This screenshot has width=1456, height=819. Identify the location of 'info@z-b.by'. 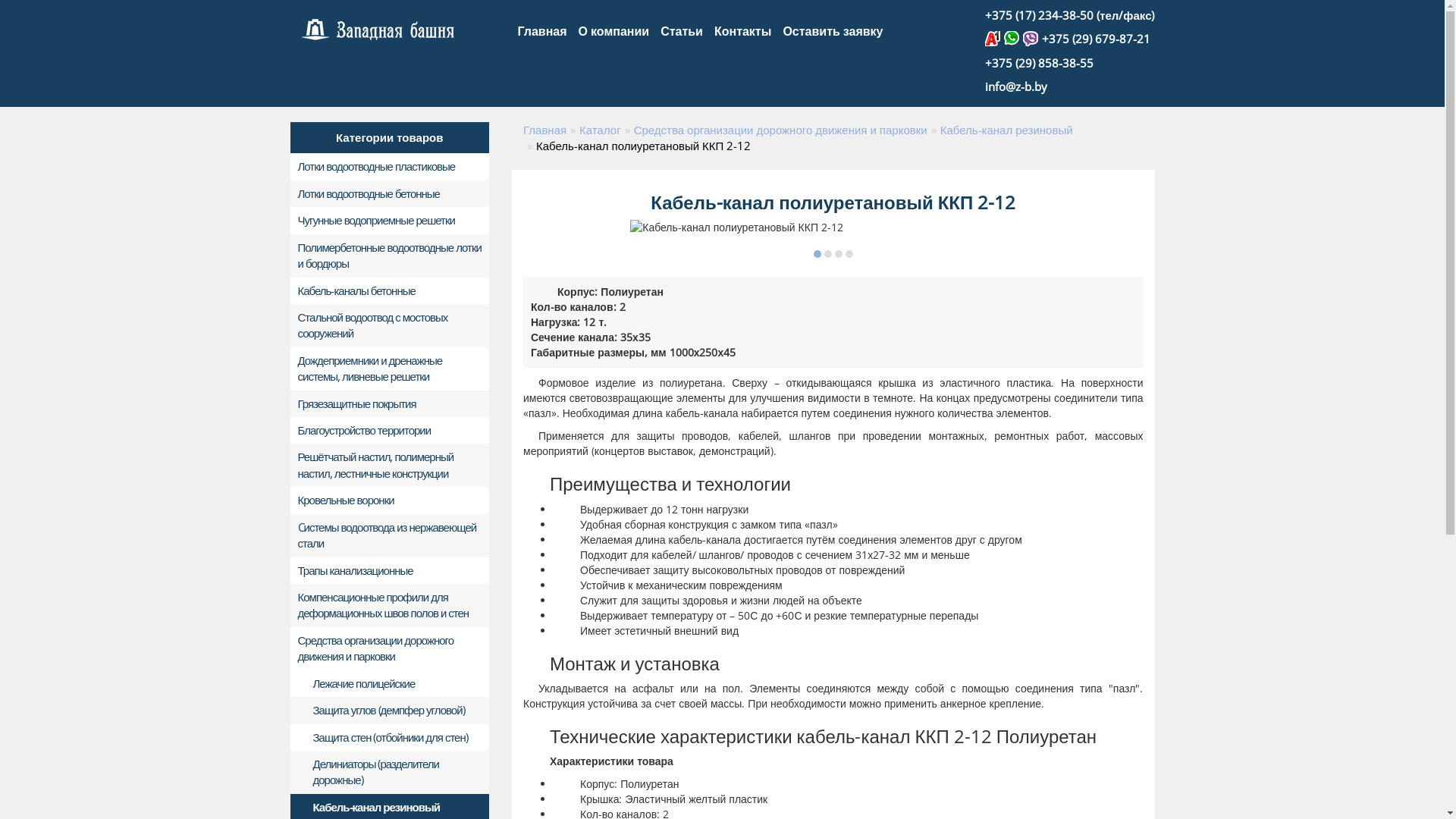
(1015, 86).